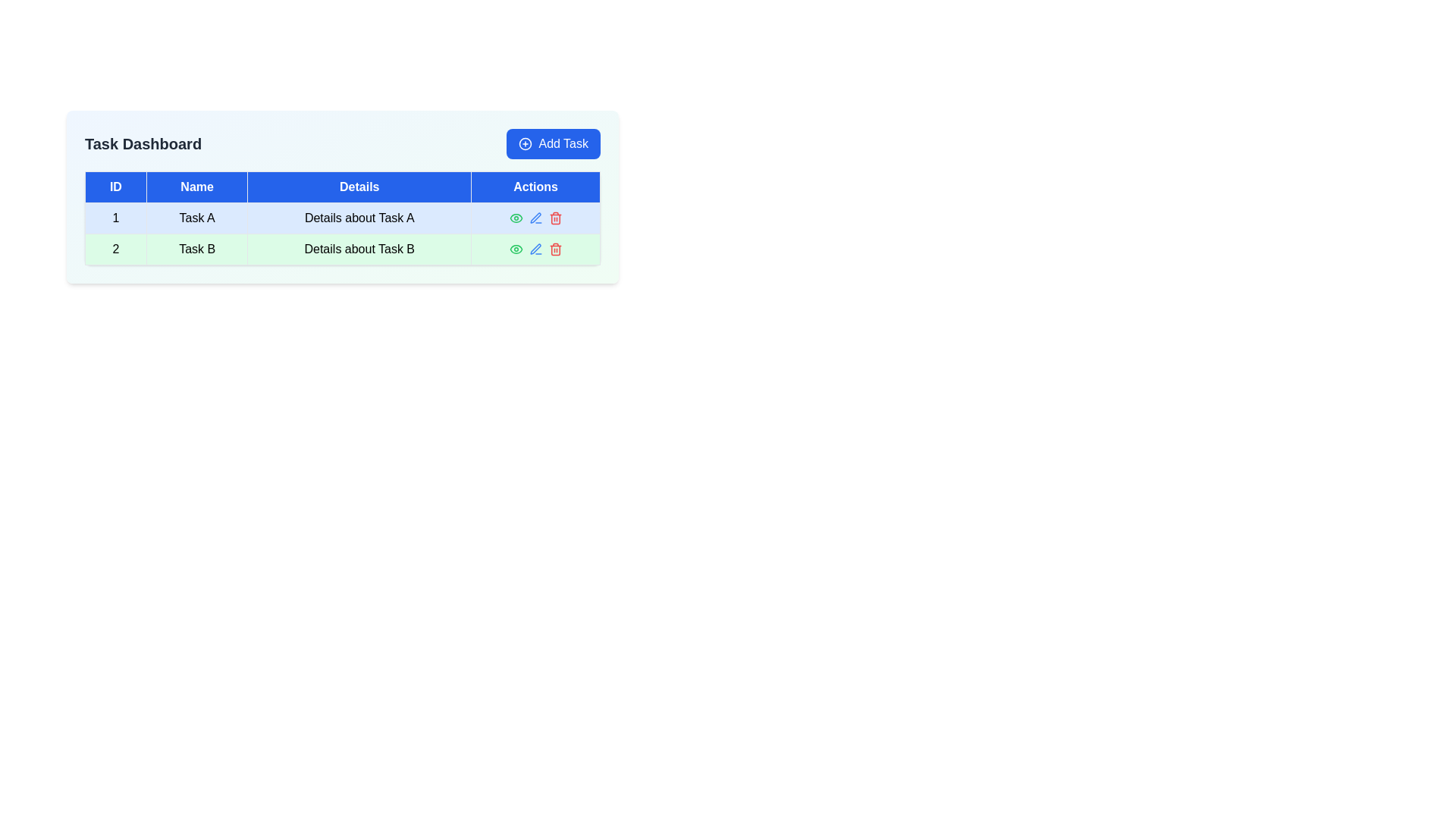 The width and height of the screenshot is (1456, 819). What do you see at coordinates (516, 218) in the screenshot?
I see `the Eye icon in the Actions column of the second row of the table` at bounding box center [516, 218].